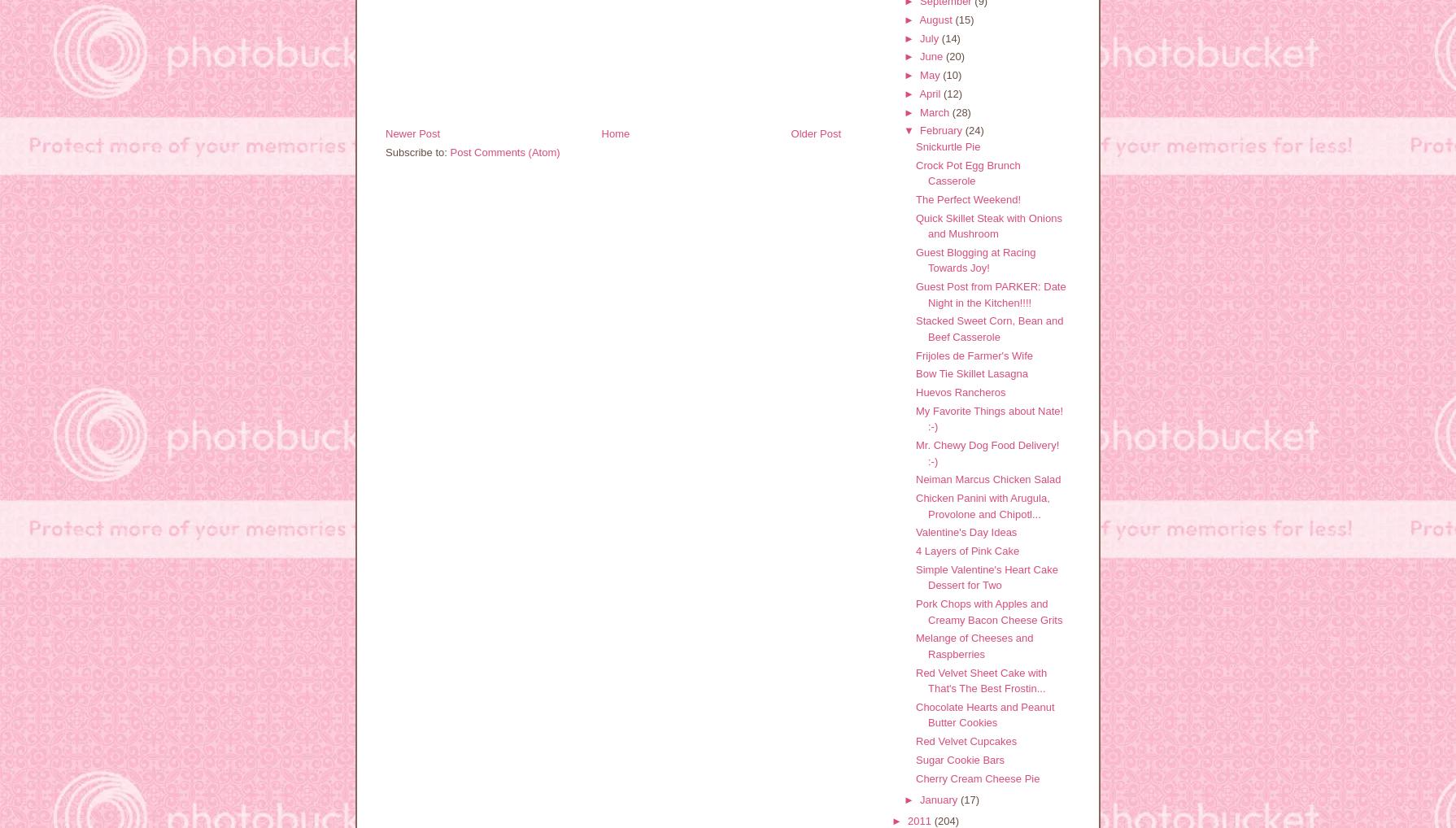 The width and height of the screenshot is (1456, 828). Describe the element at coordinates (599, 133) in the screenshot. I see `'Home'` at that location.